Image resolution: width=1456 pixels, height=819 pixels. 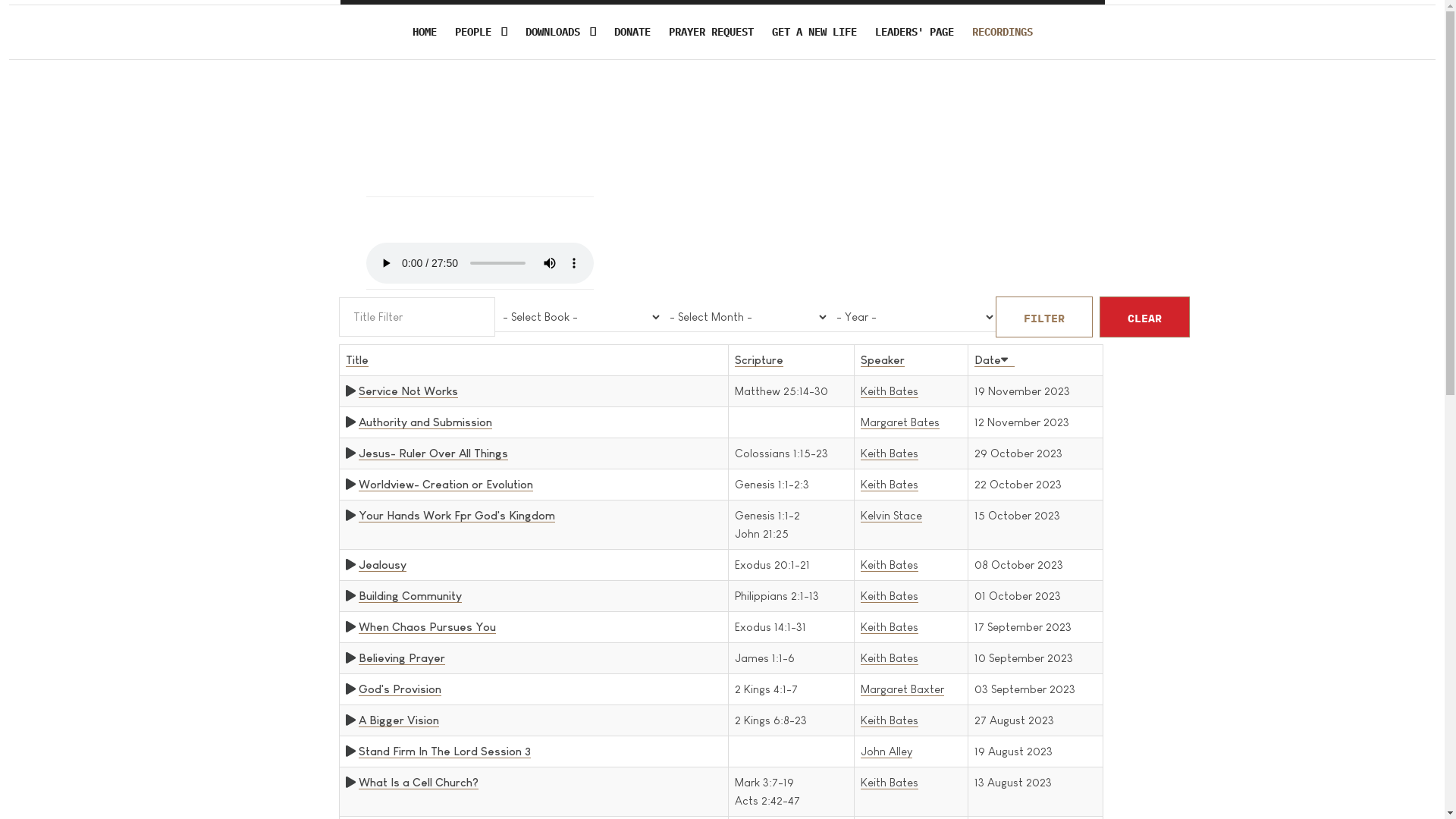 What do you see at coordinates (889, 719) in the screenshot?
I see `'Keith Bates'` at bounding box center [889, 719].